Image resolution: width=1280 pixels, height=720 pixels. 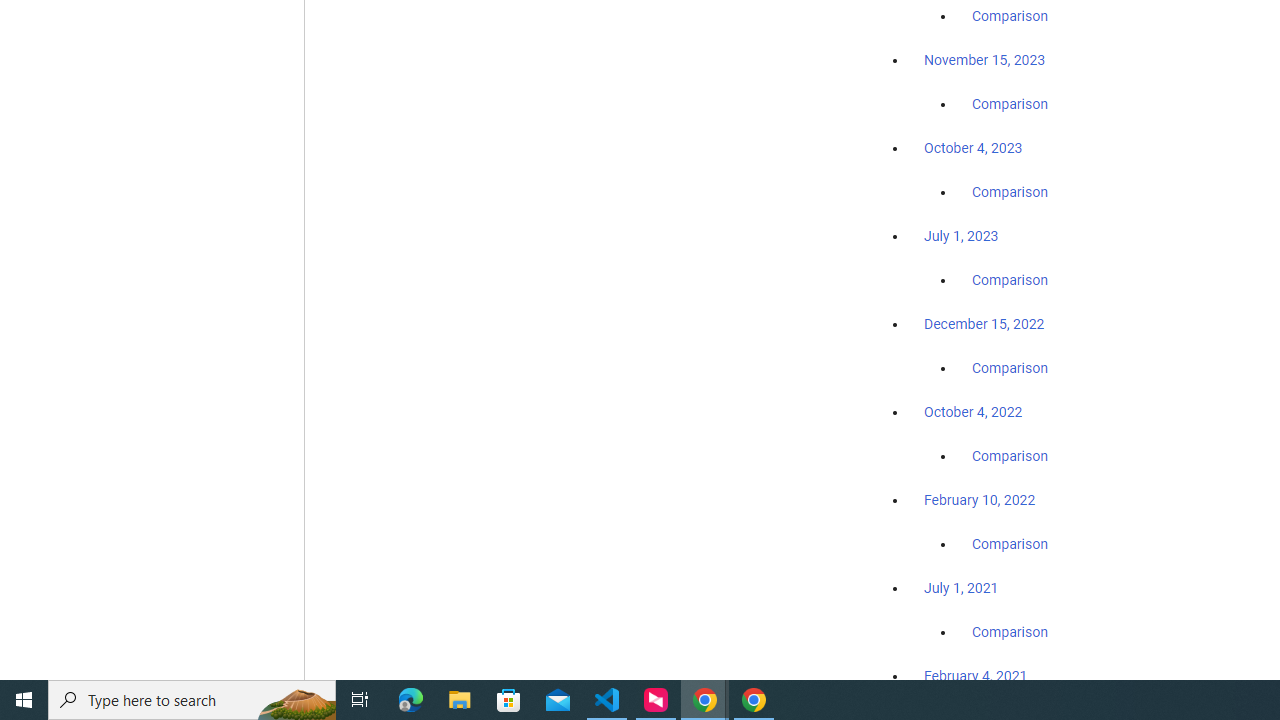 I want to click on 'July 1, 2023', so click(x=961, y=235).